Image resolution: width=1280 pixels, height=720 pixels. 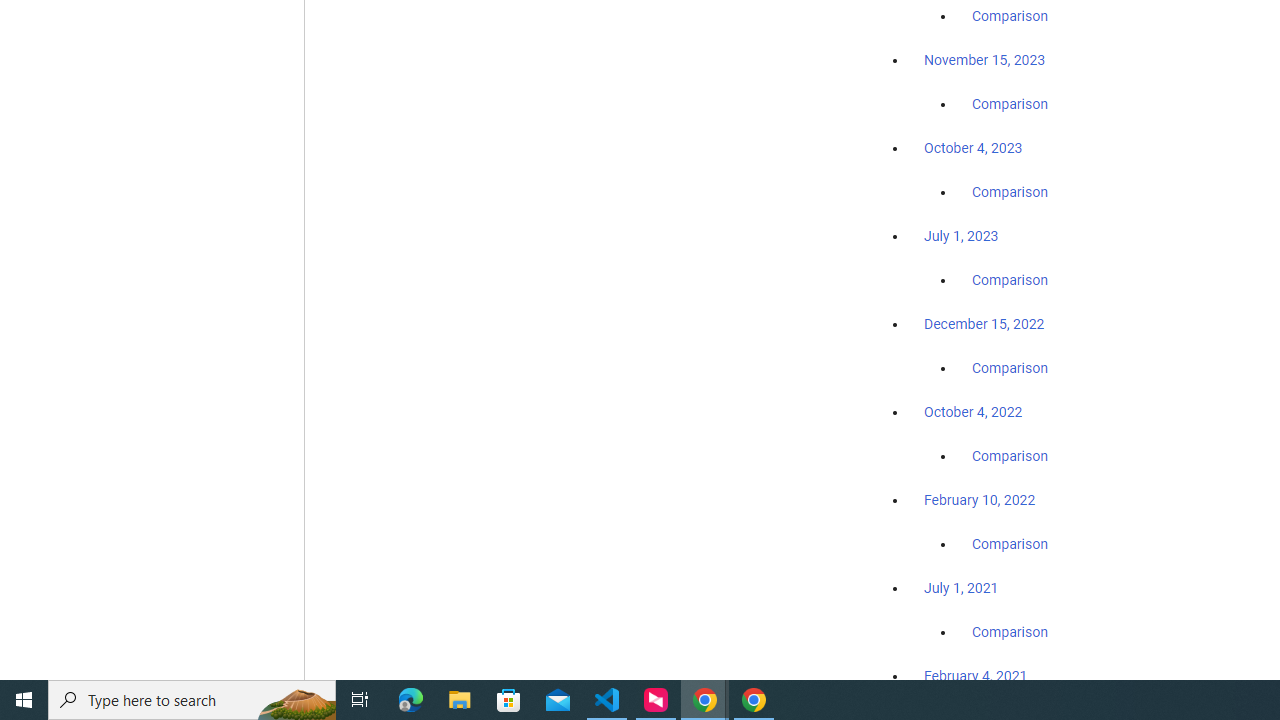 I want to click on 'July 1, 2023', so click(x=961, y=235).